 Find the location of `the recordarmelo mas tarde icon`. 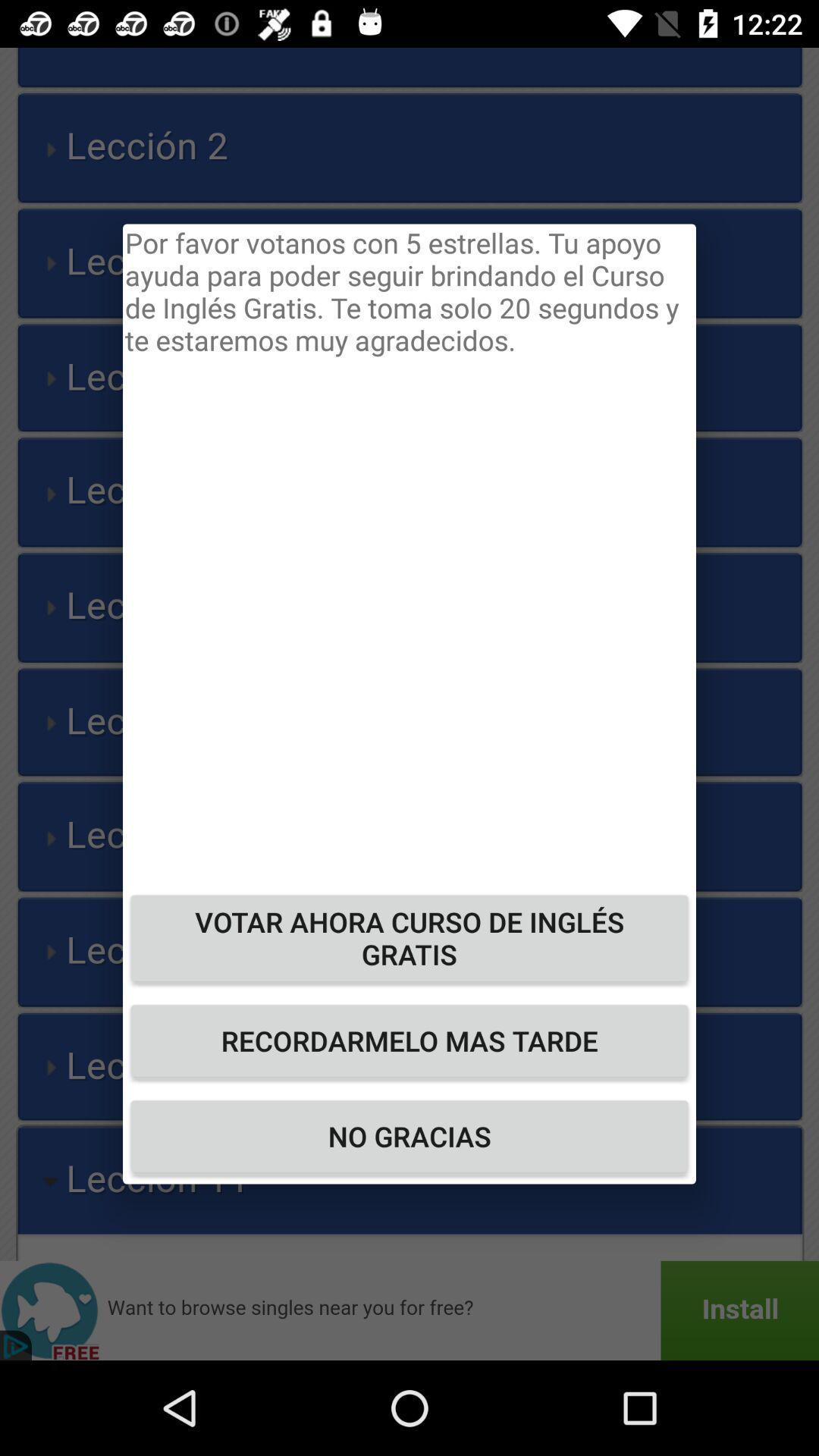

the recordarmelo mas tarde icon is located at coordinates (409, 1040).